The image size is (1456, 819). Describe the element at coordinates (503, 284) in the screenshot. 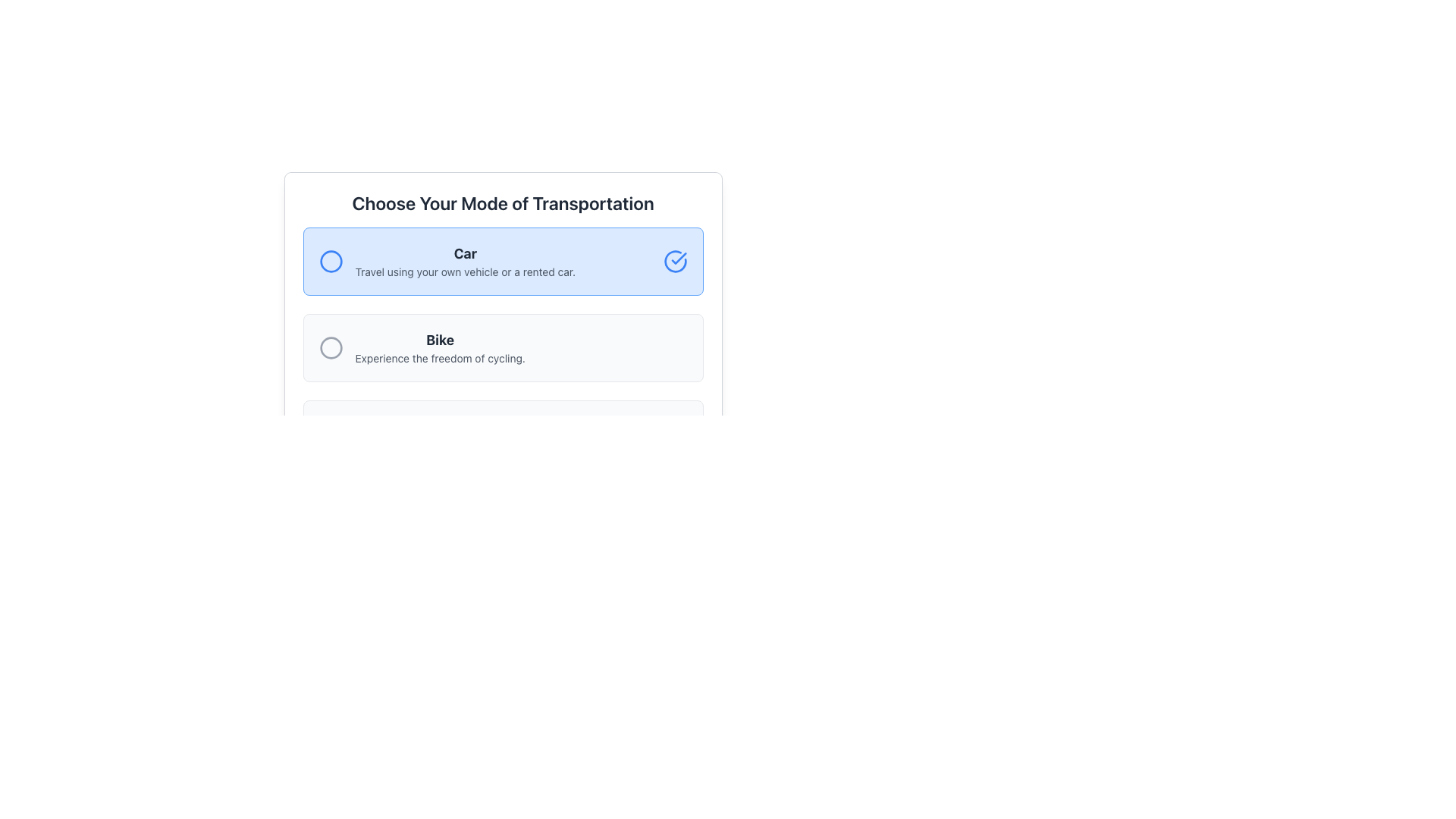

I see `the first selectable option for 'Car' under the 'Choose Your Mode of Transportation' section` at that location.